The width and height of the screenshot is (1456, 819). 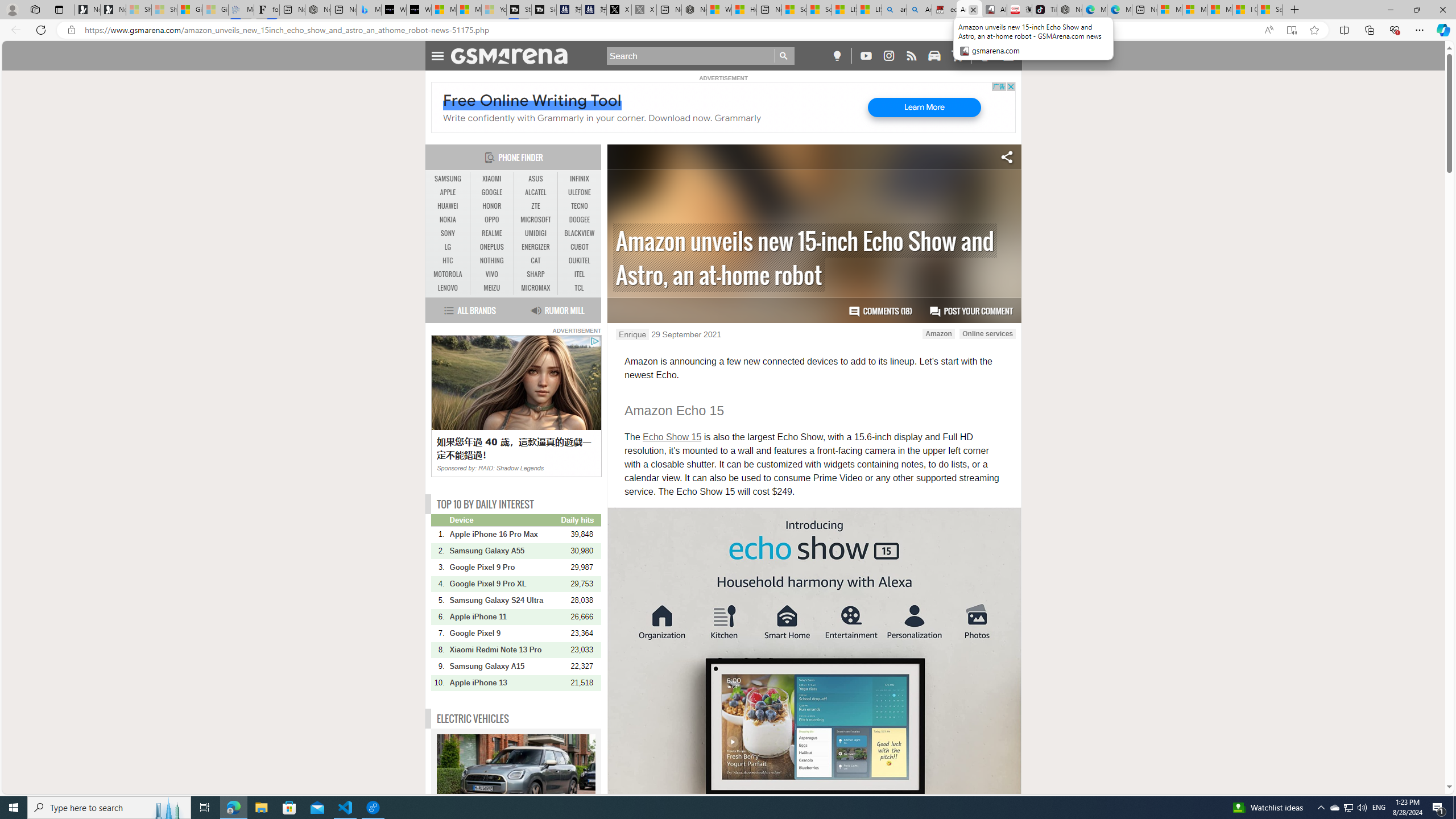 I want to click on 'LG', so click(x=448, y=246).